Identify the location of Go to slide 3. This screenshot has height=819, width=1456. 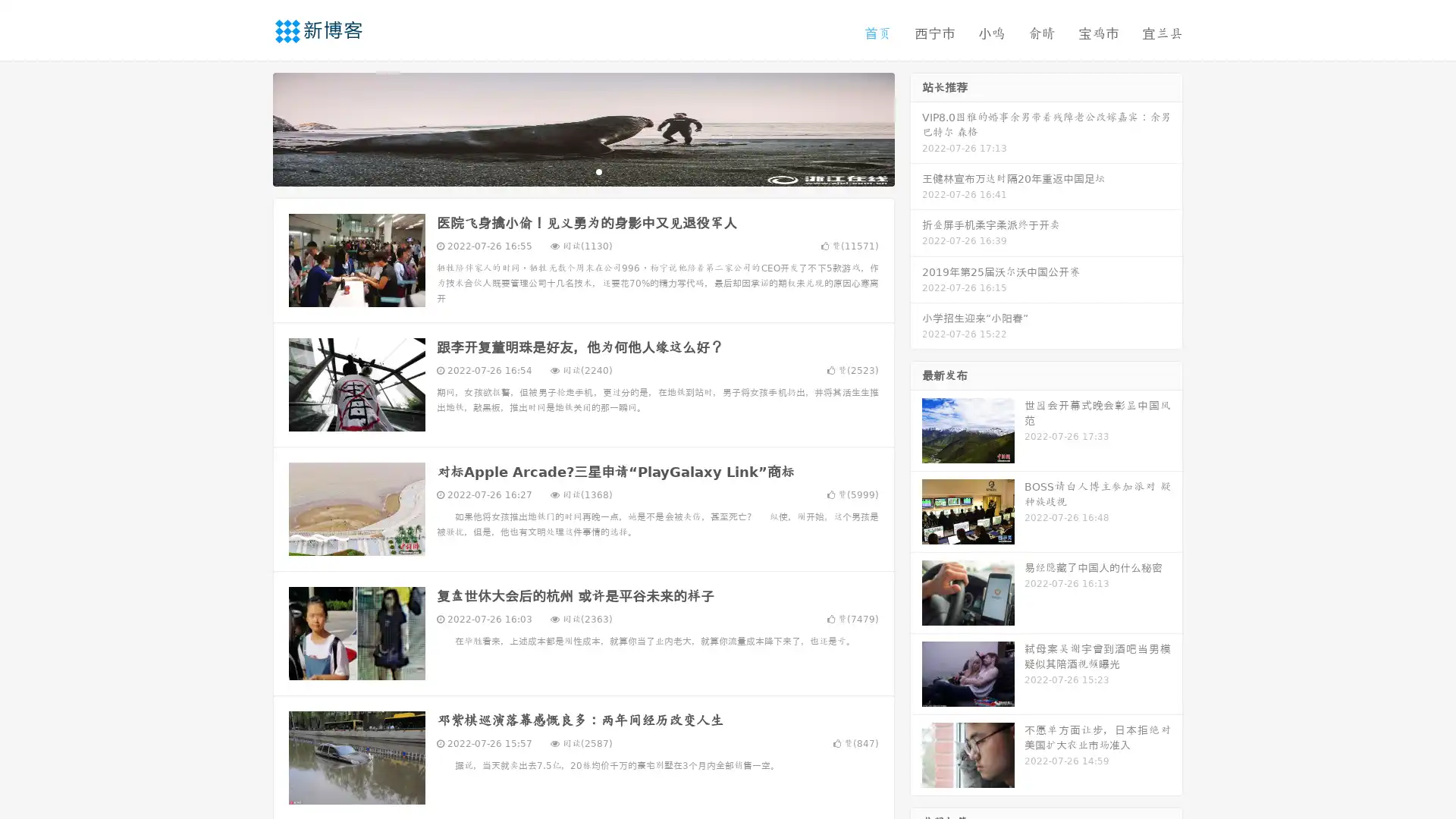
(598, 171).